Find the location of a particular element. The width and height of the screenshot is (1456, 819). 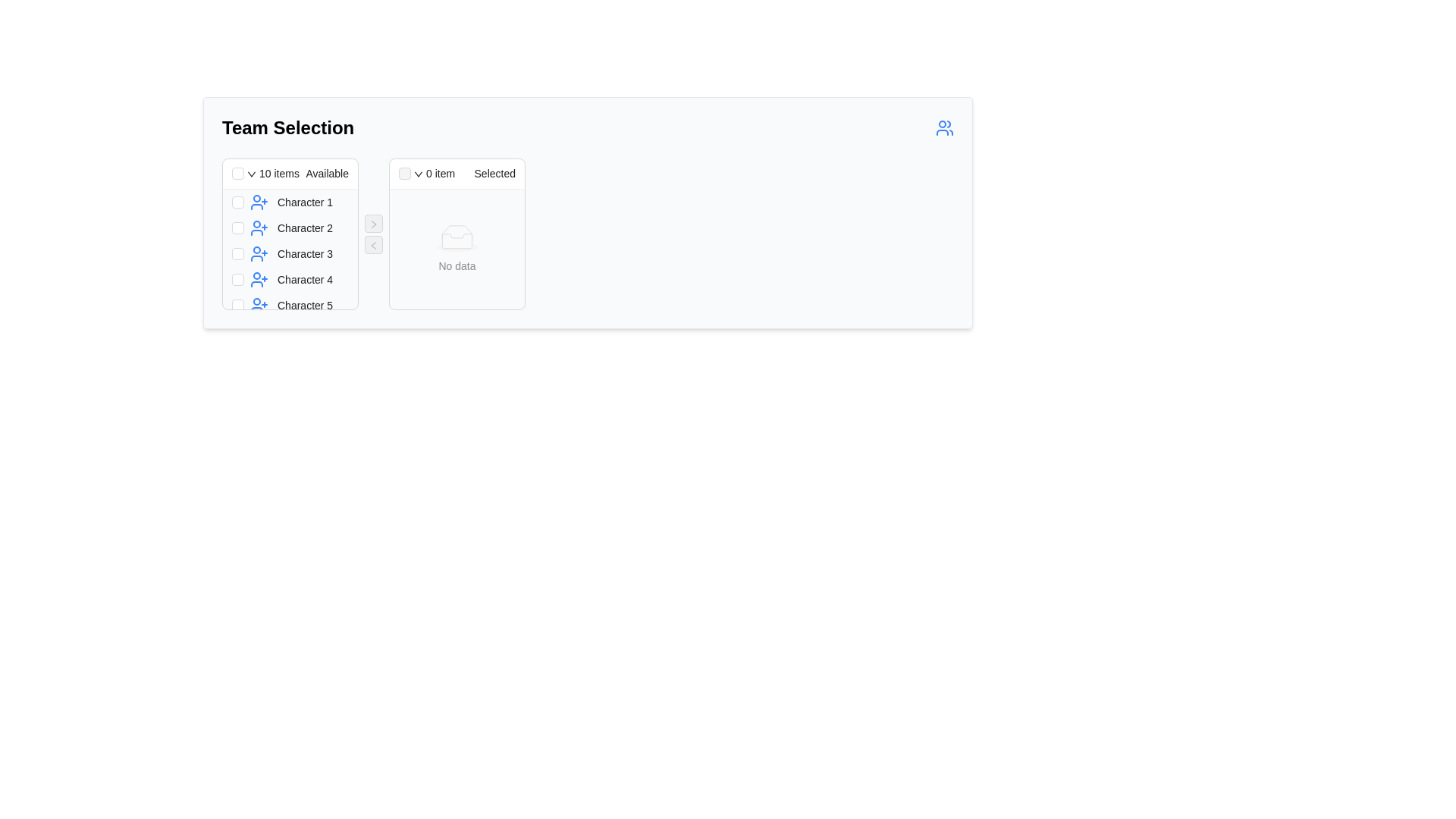

the checkbox in the fifth row of the list under the left panel header is located at coordinates (290, 305).